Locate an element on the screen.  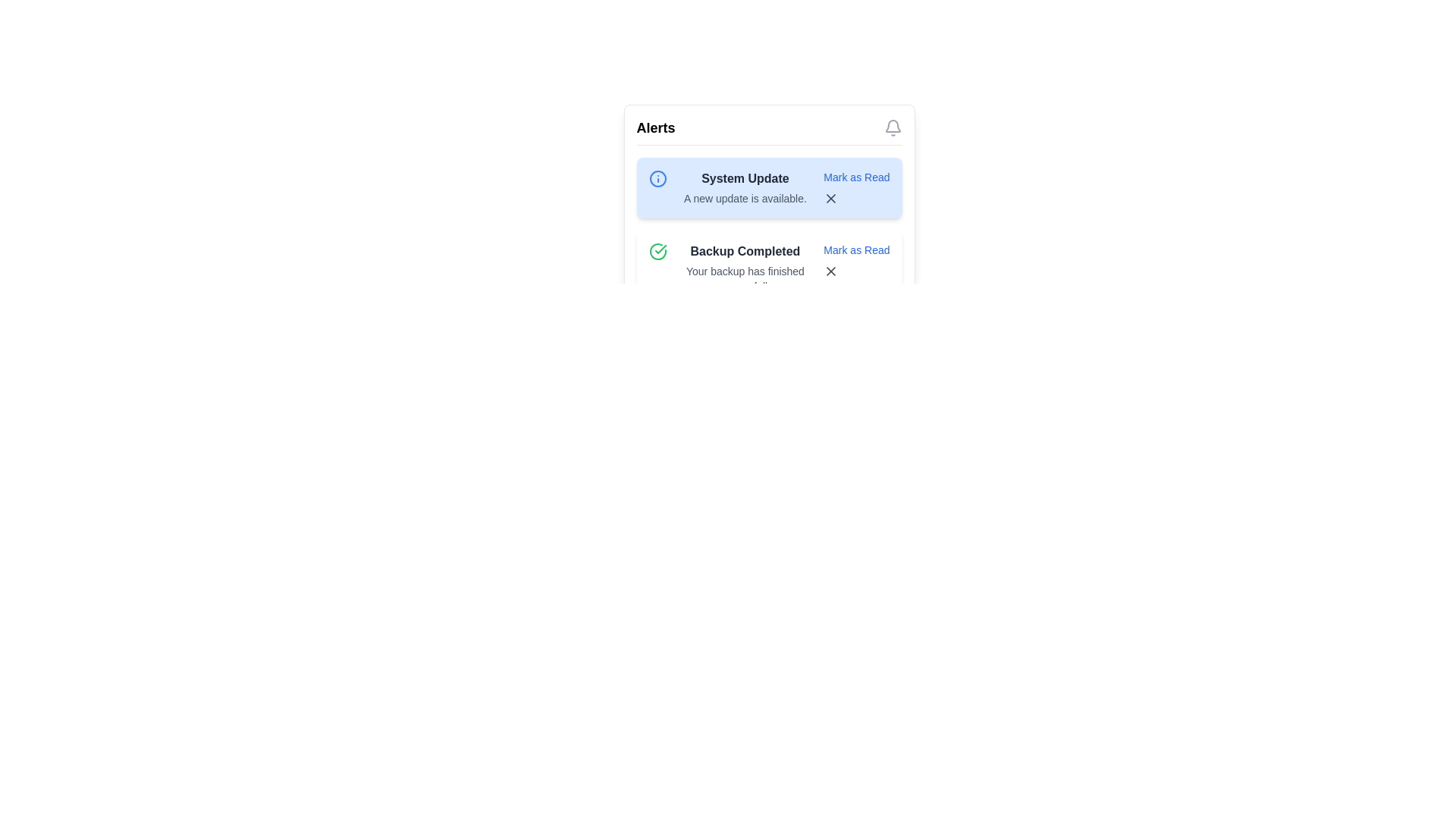
the bell notification icon located in the 'Alerts' section, directly to the right of the 'Alerts' title is located at coordinates (893, 127).